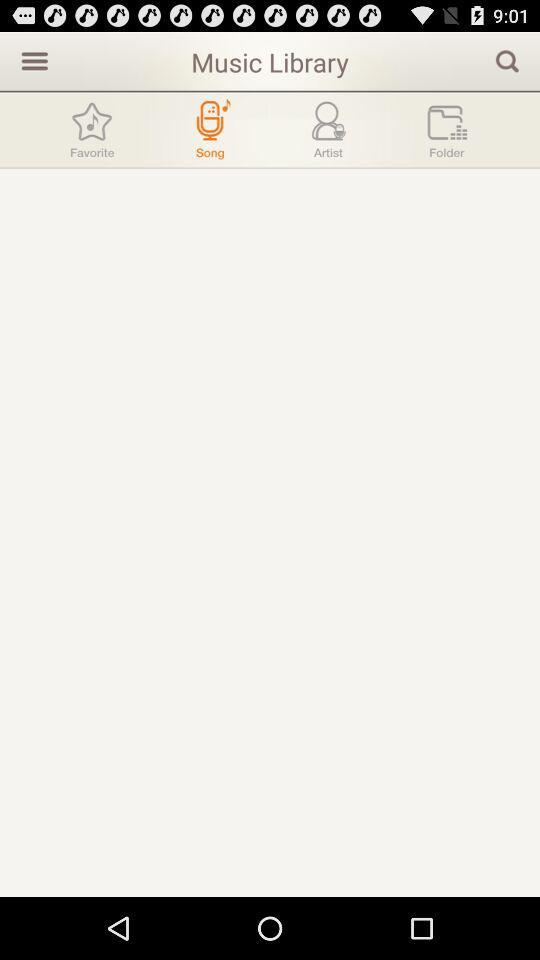 This screenshot has width=540, height=960. Describe the element at coordinates (31, 59) in the screenshot. I see `the item to the left of music library icon` at that location.